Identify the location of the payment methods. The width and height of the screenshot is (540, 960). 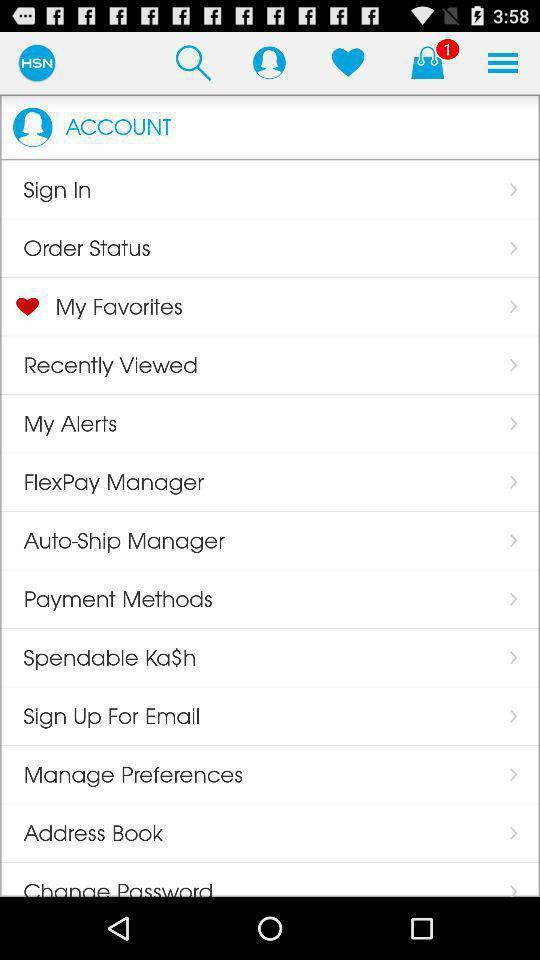
(106, 599).